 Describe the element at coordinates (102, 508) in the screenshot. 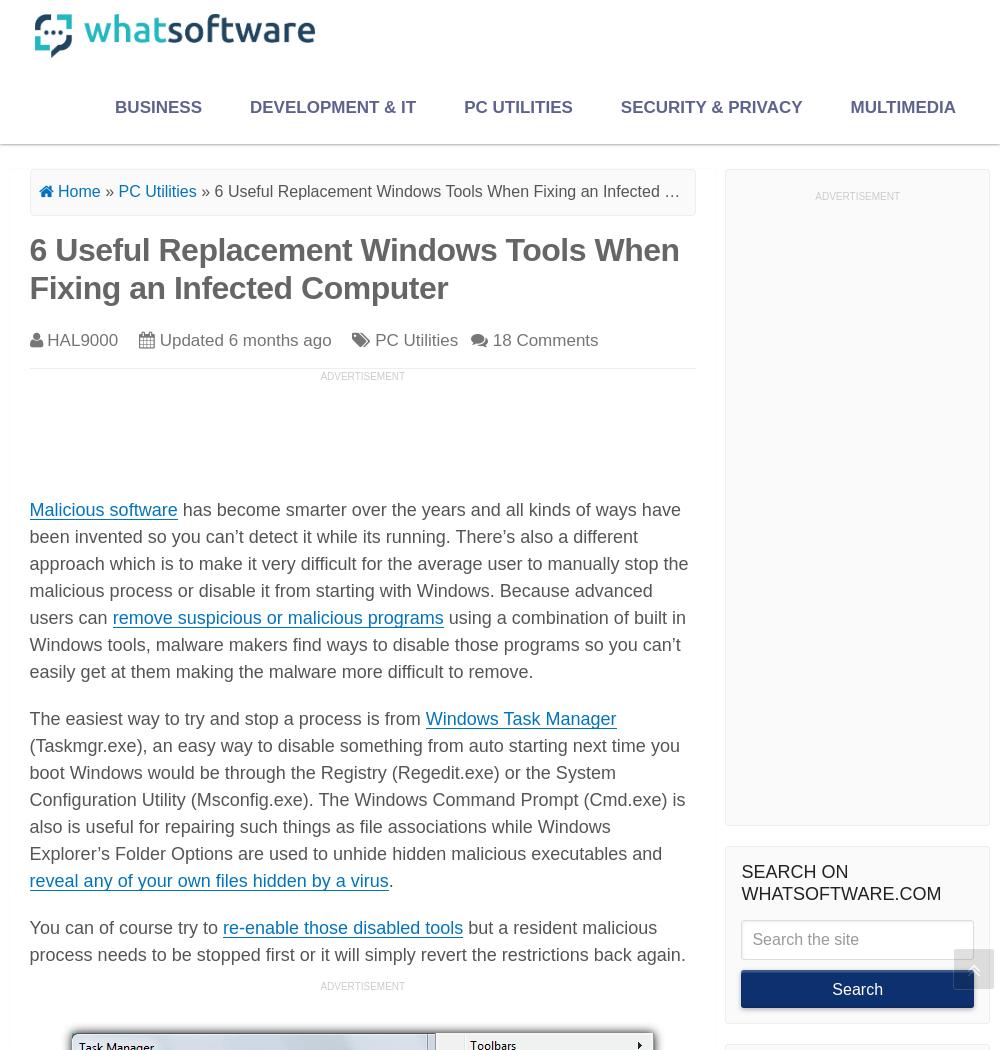

I see `'Malicious software'` at that location.